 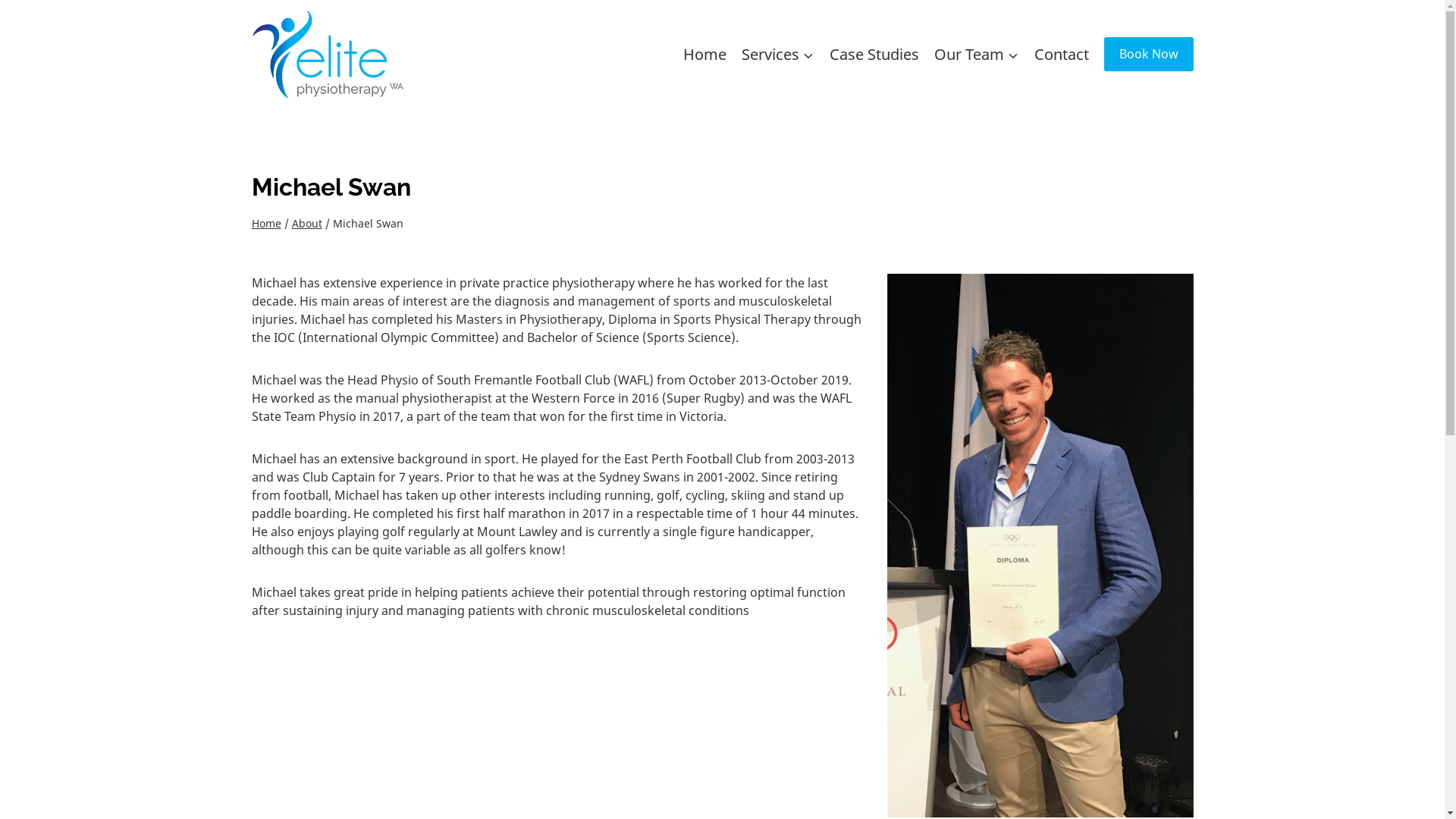 What do you see at coordinates (874, 52) in the screenshot?
I see `'Case Studies'` at bounding box center [874, 52].